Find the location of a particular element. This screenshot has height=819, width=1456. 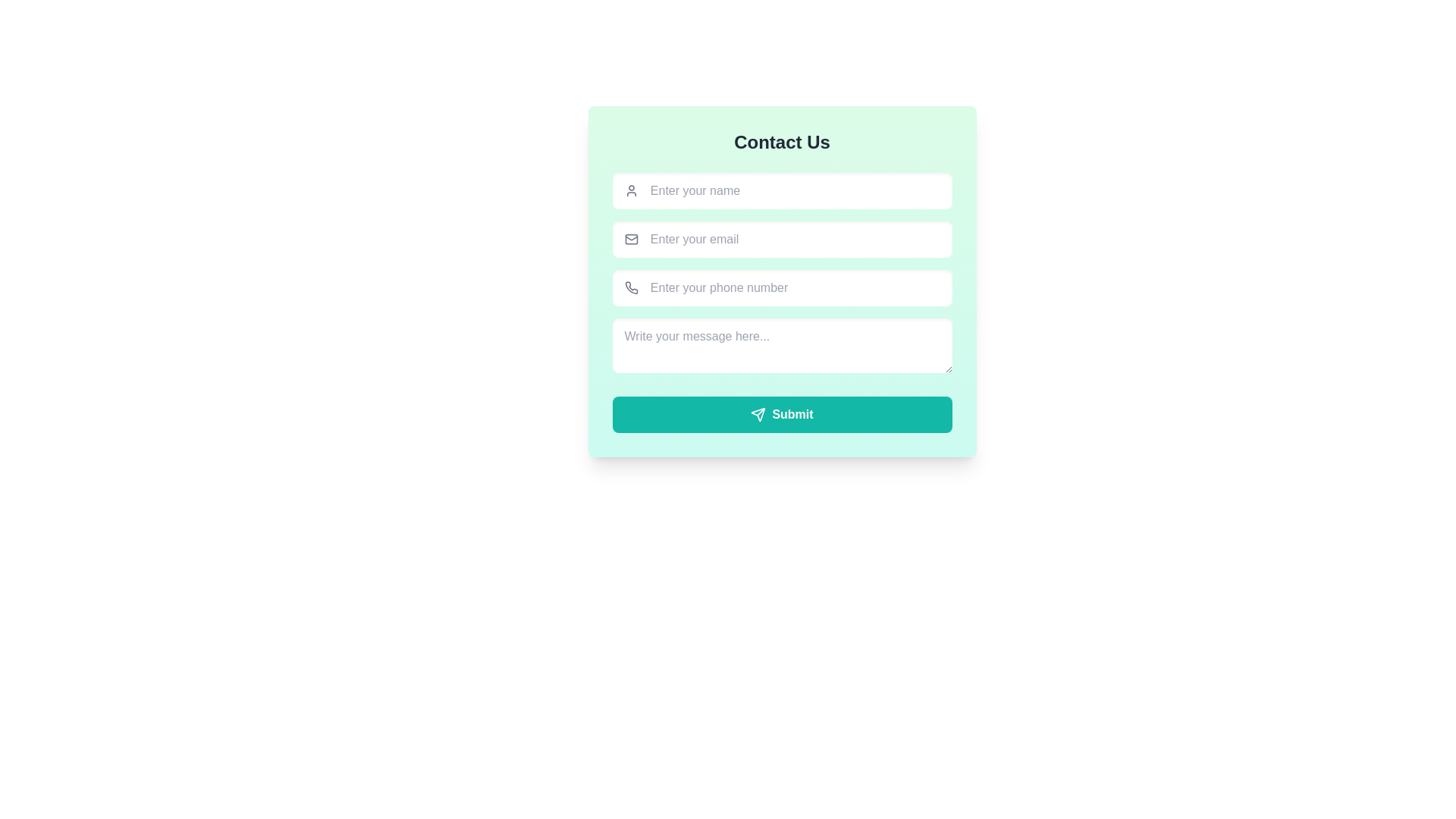

the cursor over the text input field for entering a phone number, which has a placeholder text 'Enter your phone number' is located at coordinates (794, 288).